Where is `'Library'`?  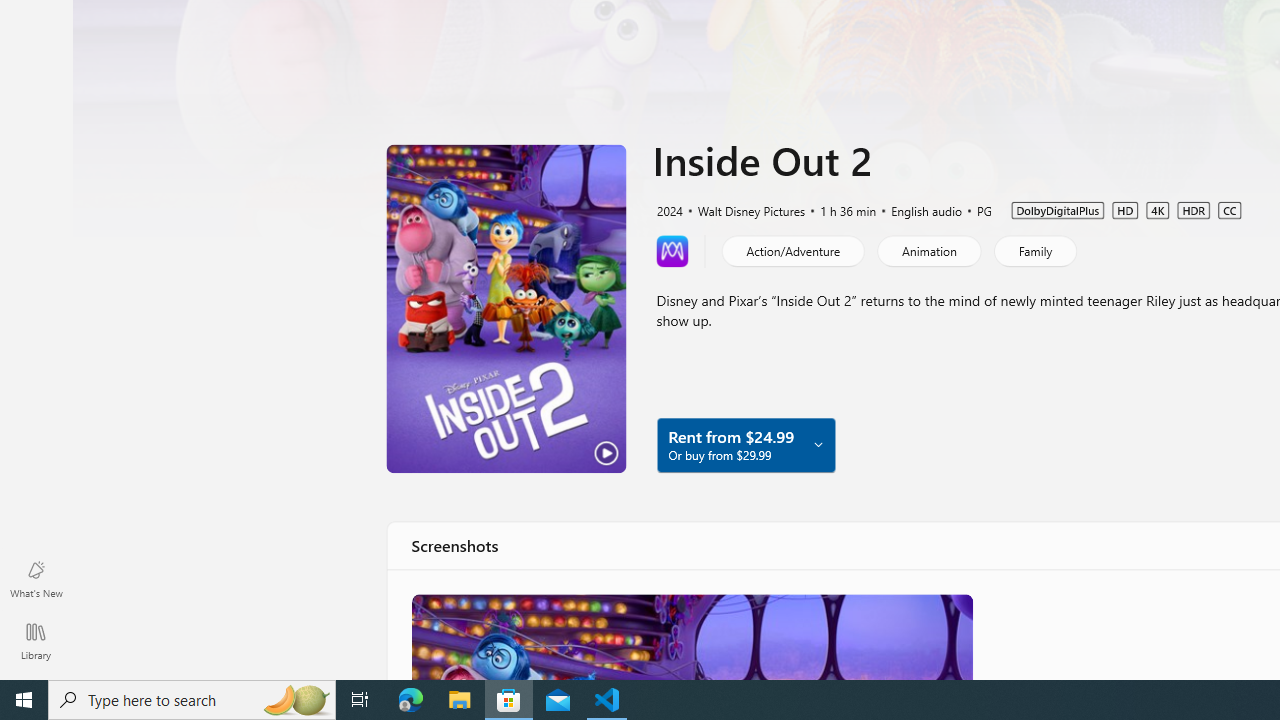 'Library' is located at coordinates (35, 640).